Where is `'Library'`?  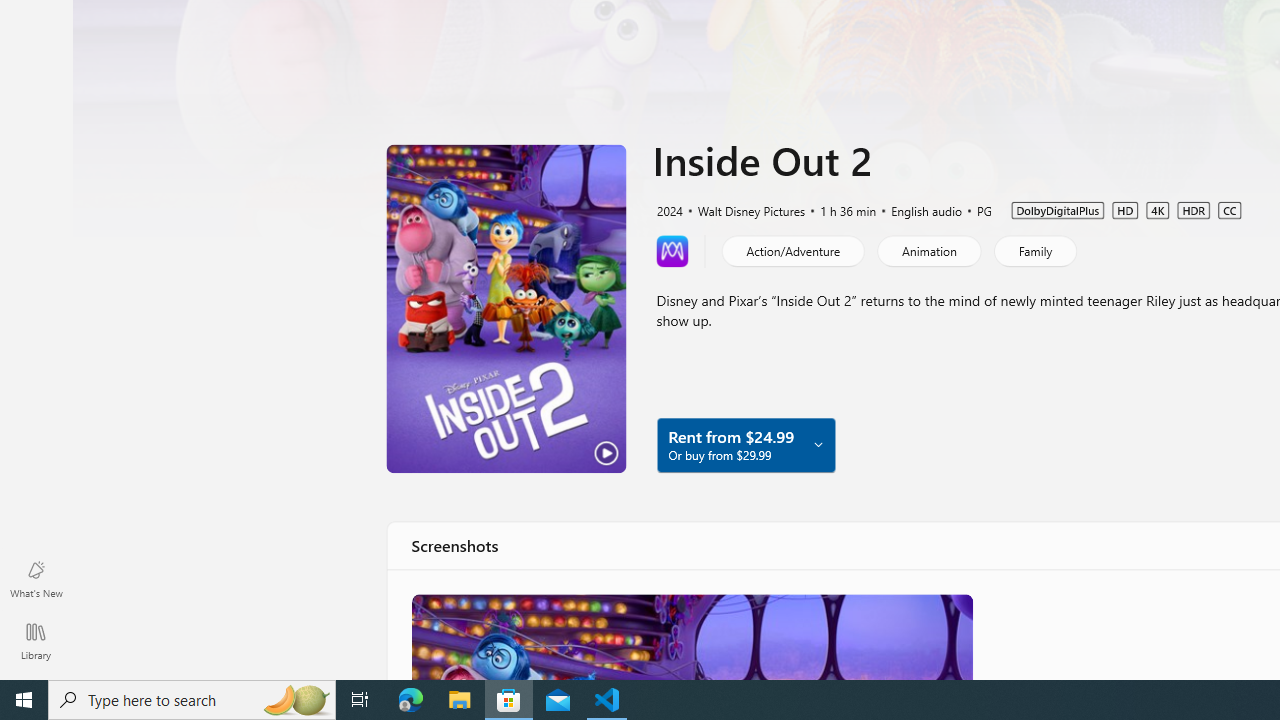 'Library' is located at coordinates (35, 640).